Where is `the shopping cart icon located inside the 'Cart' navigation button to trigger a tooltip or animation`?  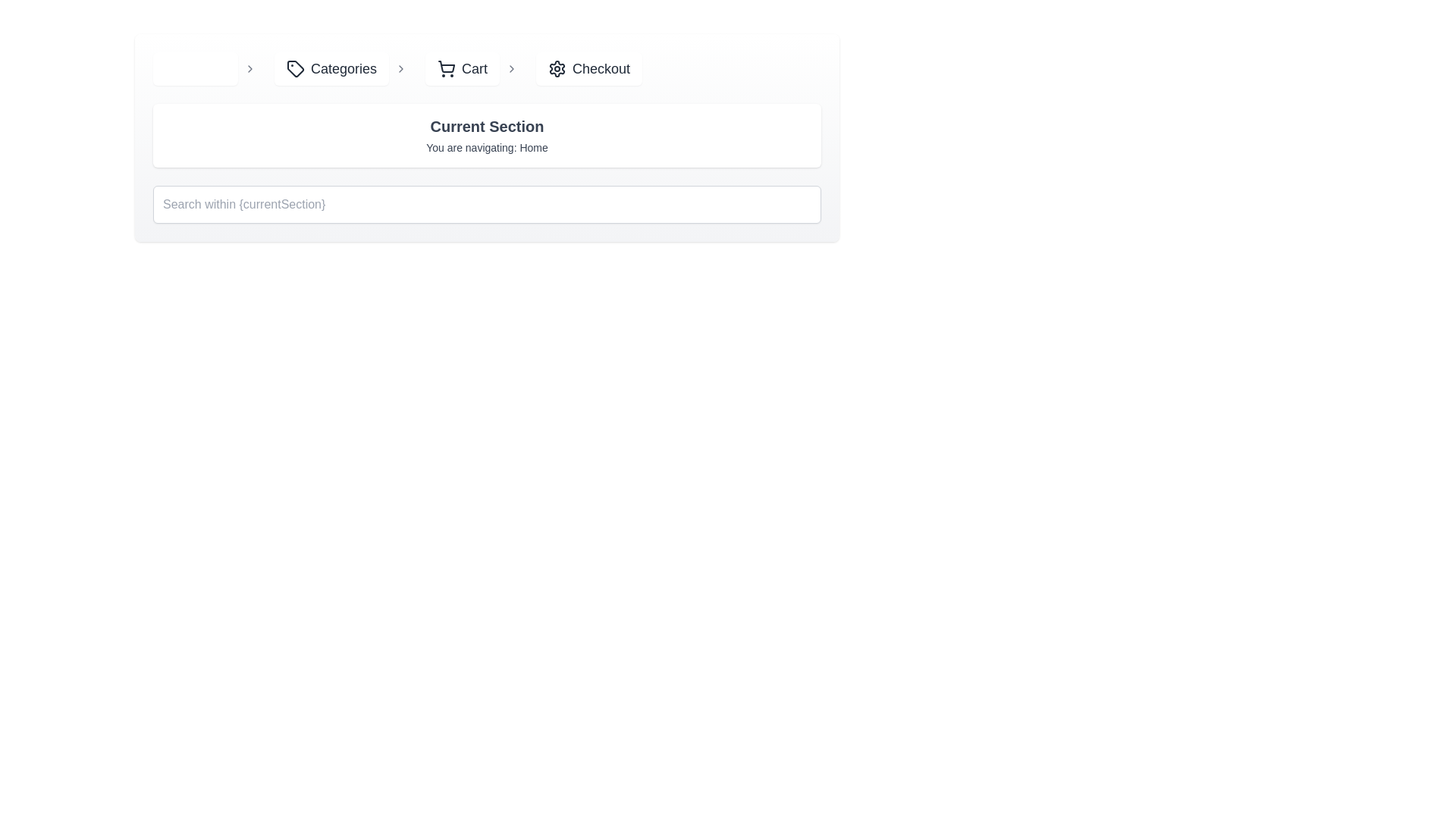 the shopping cart icon located inside the 'Cart' navigation button to trigger a tooltip or animation is located at coordinates (446, 69).